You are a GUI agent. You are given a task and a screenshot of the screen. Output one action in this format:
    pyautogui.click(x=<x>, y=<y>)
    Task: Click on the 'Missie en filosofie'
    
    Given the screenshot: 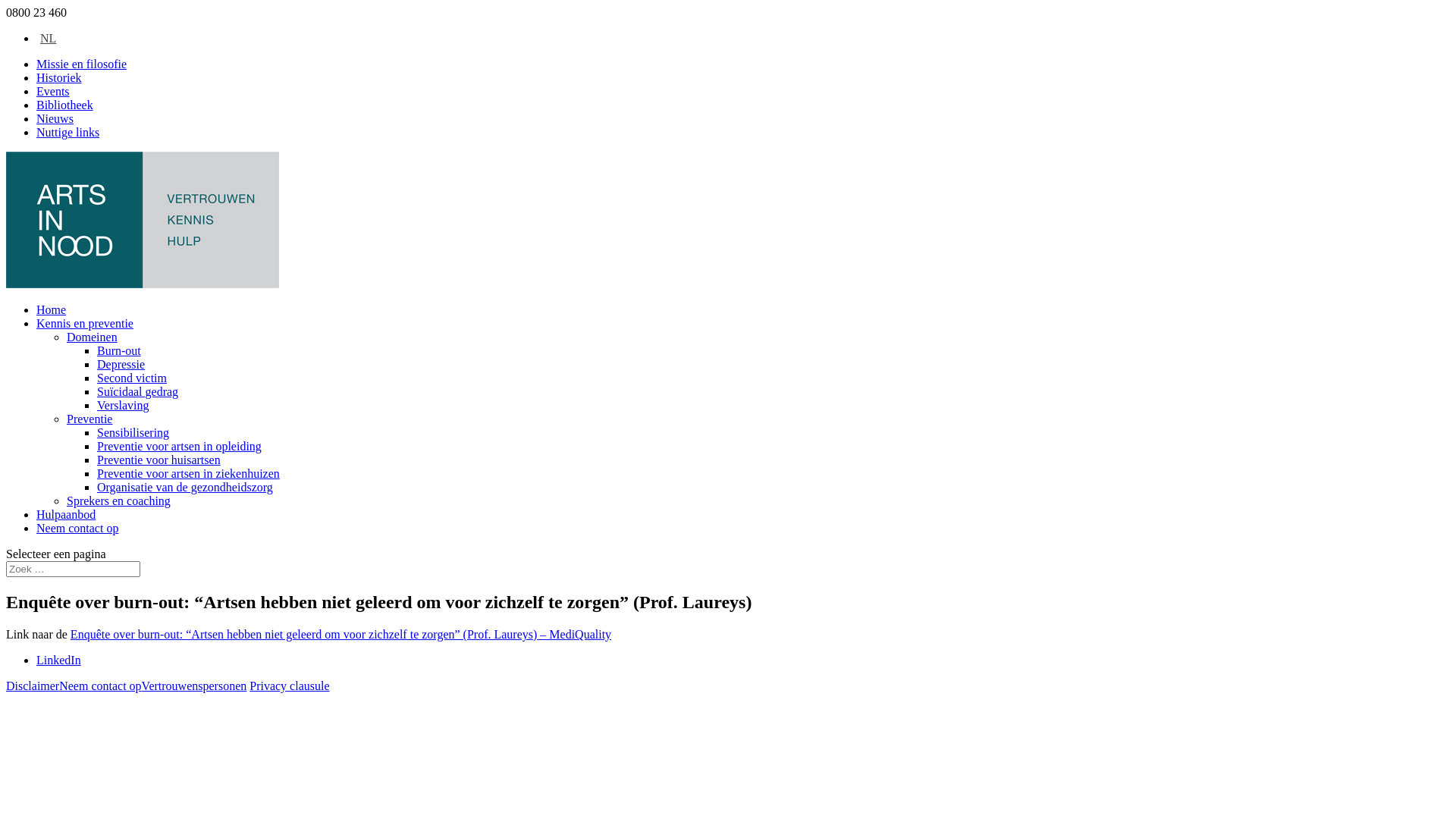 What is the action you would take?
    pyautogui.click(x=80, y=63)
    